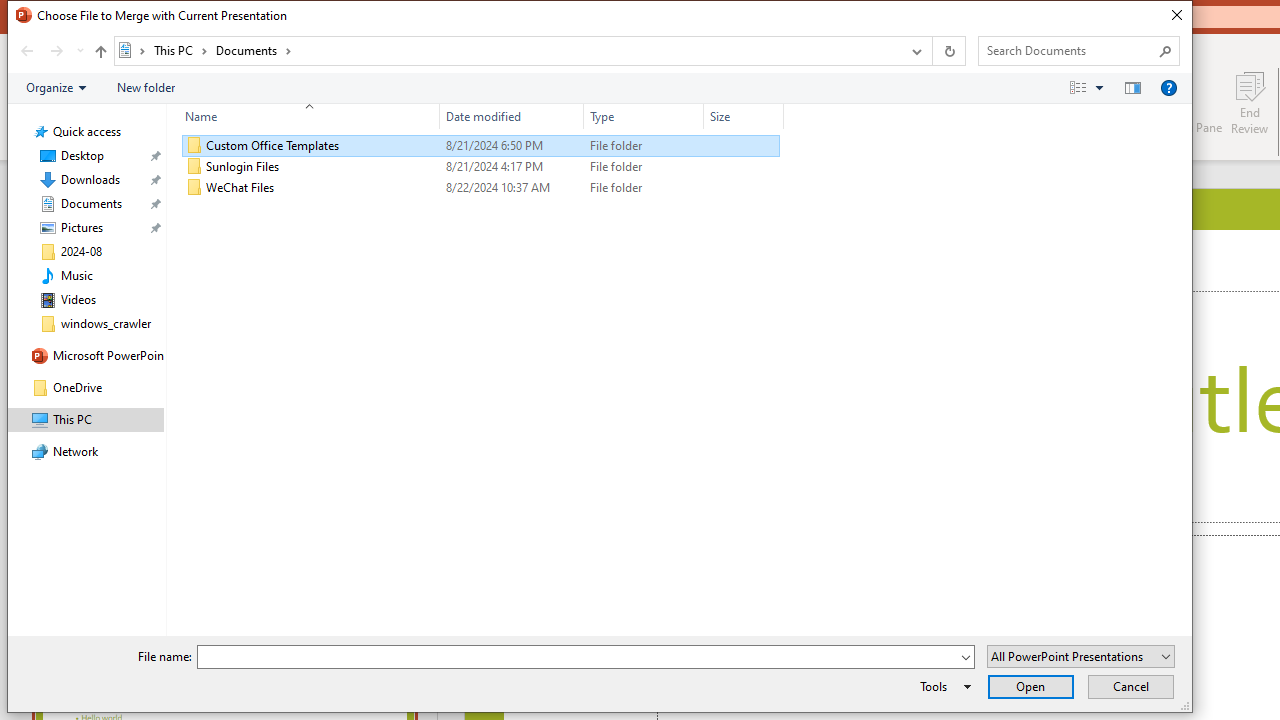  I want to click on 'End Review', so click(1248, 103).